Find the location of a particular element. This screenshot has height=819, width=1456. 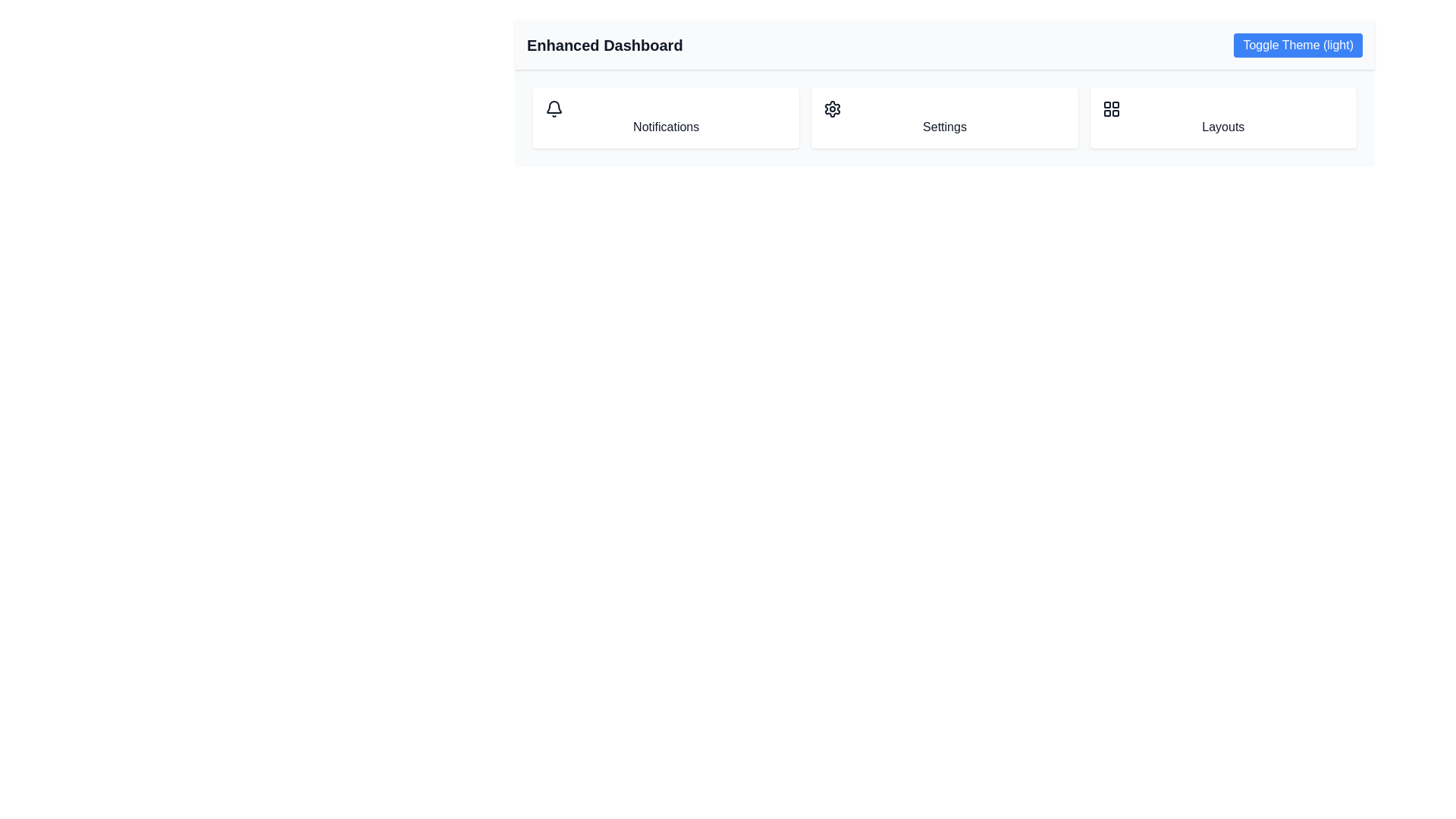

the menu bar located at the top of the interface under the 'Enhanced Dashboard' heading is located at coordinates (944, 117).